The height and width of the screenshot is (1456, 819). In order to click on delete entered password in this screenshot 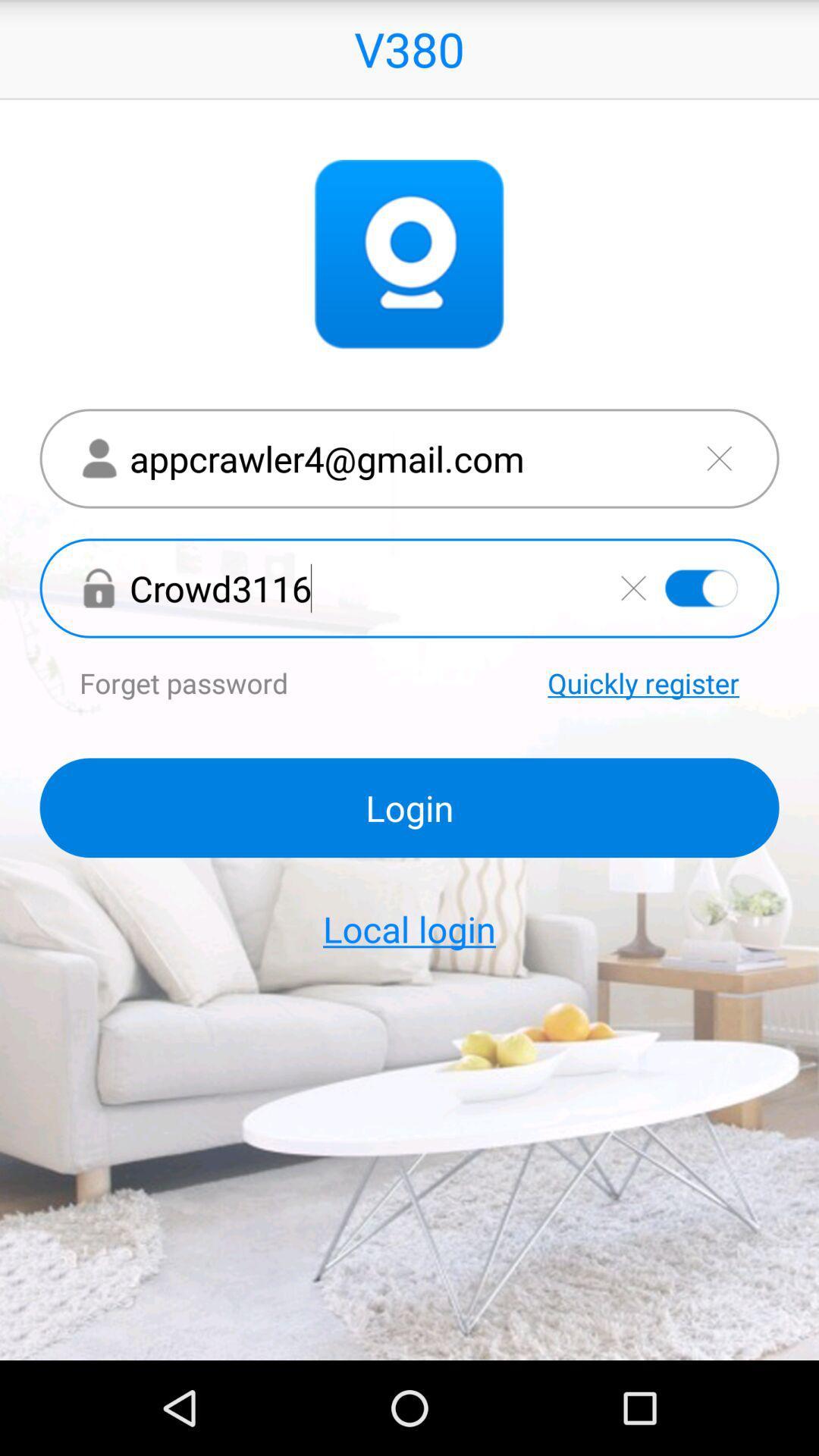, I will do `click(633, 587)`.